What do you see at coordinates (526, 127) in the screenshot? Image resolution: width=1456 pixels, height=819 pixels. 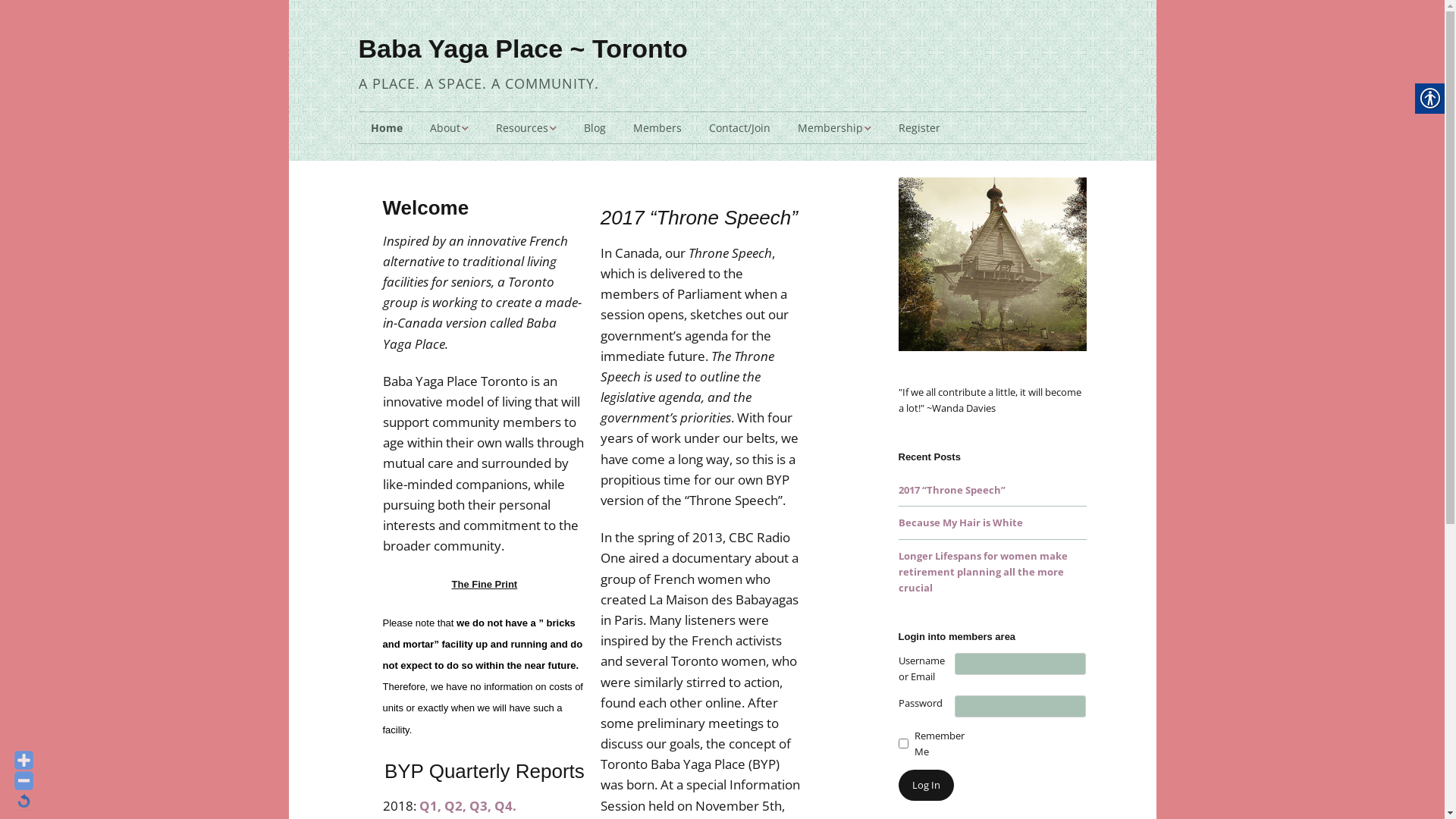 I see `'Resources'` at bounding box center [526, 127].